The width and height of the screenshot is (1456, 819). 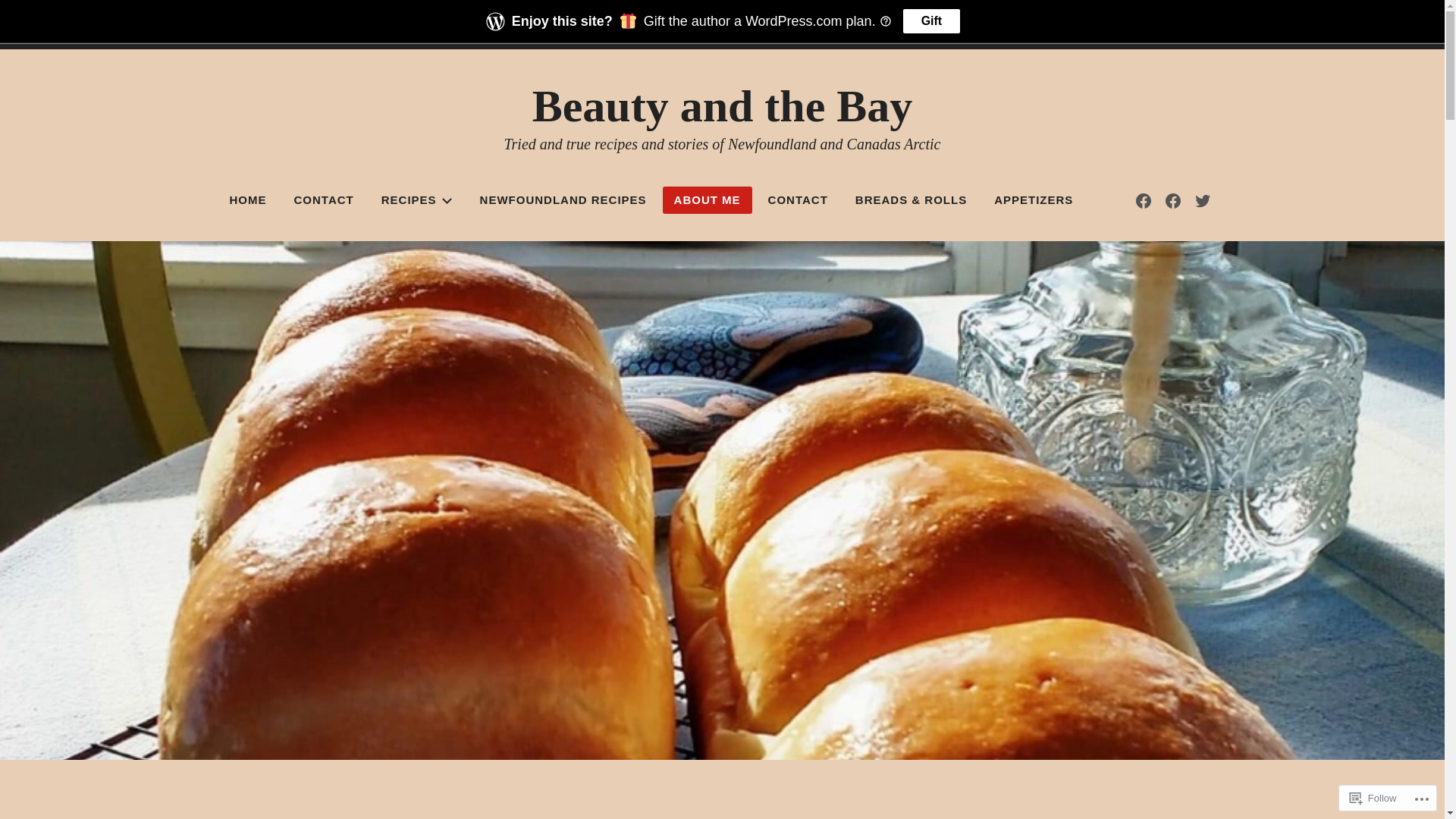 What do you see at coordinates (1033, 199) in the screenshot?
I see `'APPETIZERS'` at bounding box center [1033, 199].